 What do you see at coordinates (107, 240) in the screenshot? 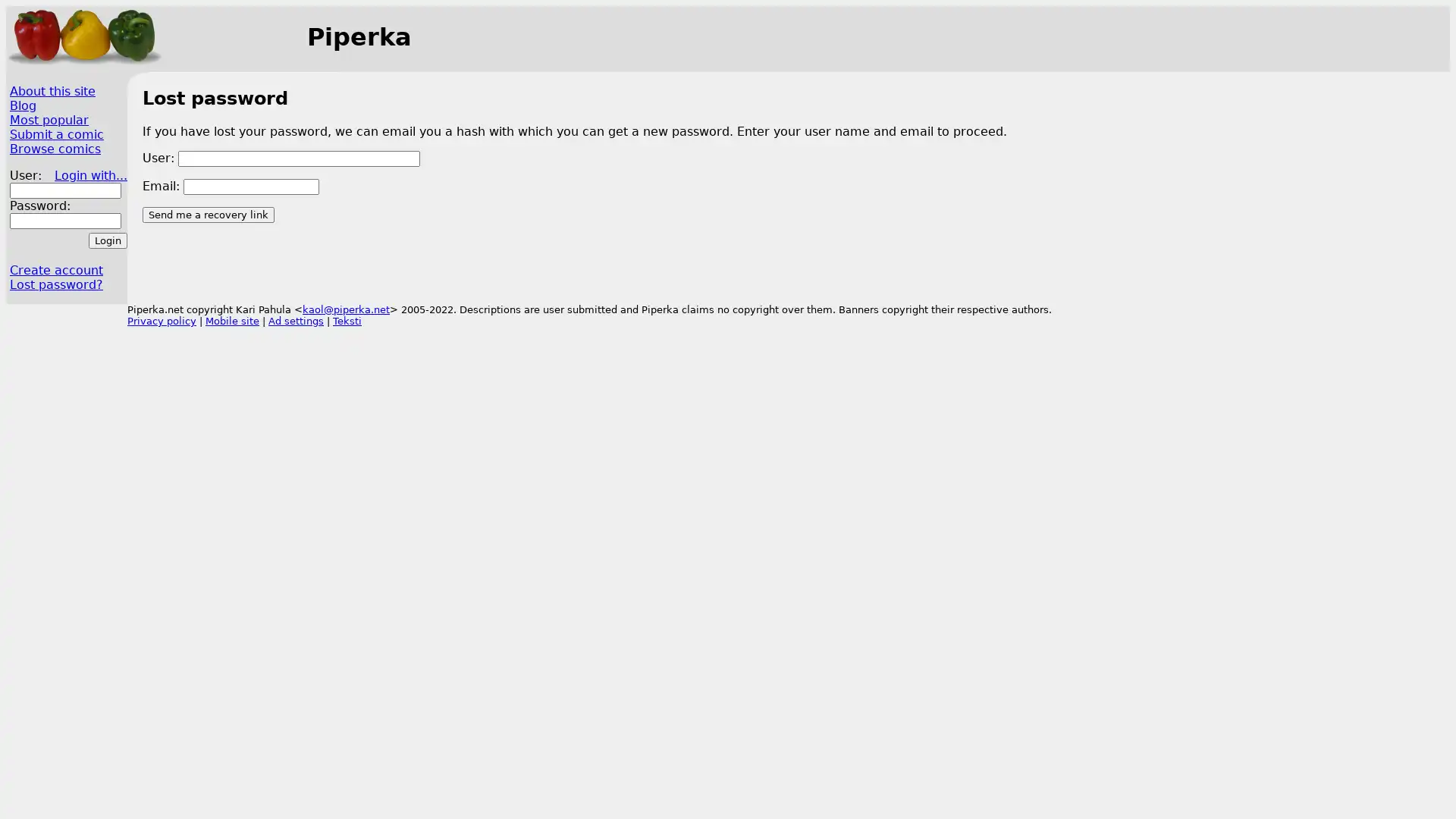
I see `Login` at bounding box center [107, 240].